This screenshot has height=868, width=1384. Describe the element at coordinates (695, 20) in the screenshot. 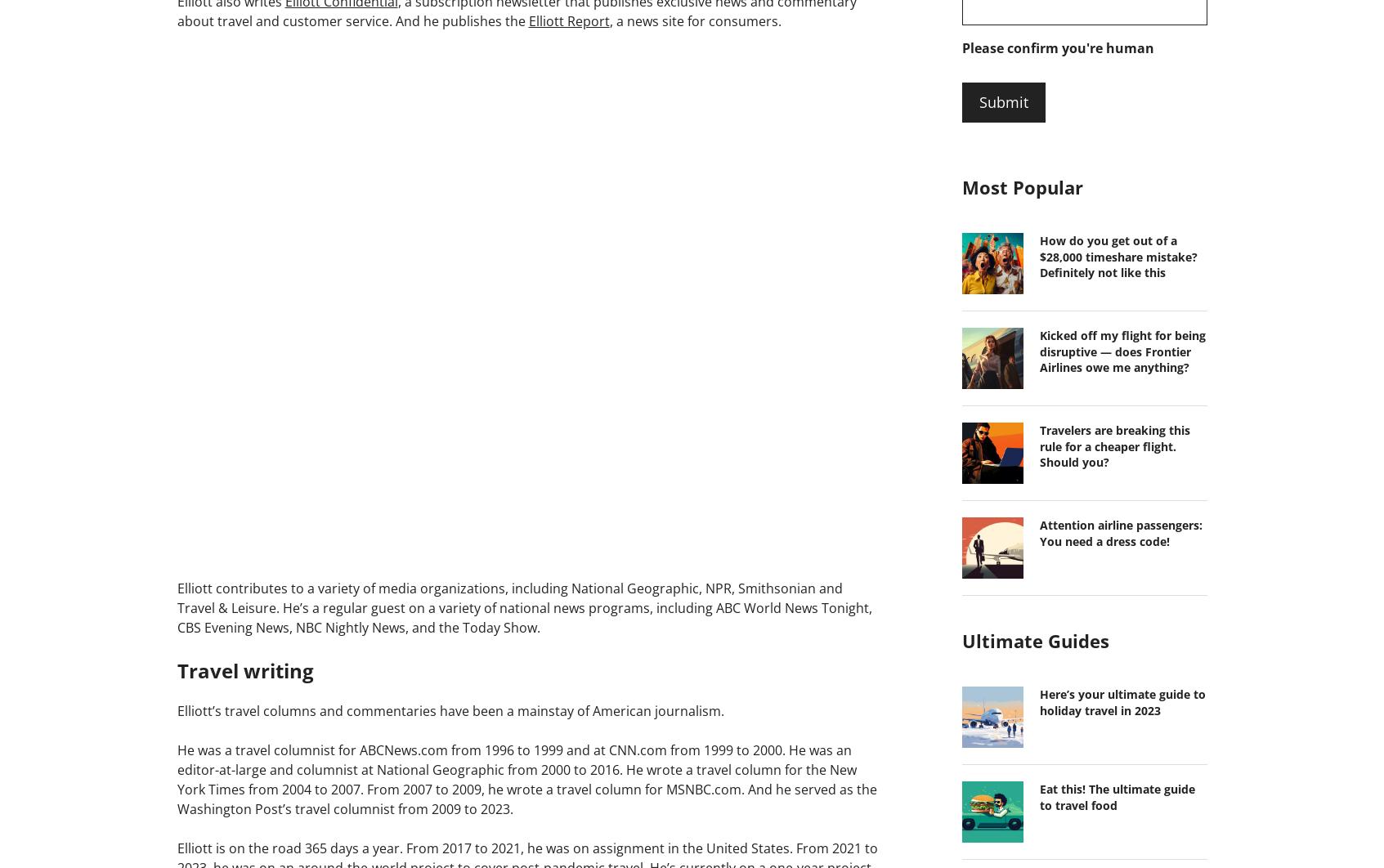

I see `', a news site for consumers.'` at that location.